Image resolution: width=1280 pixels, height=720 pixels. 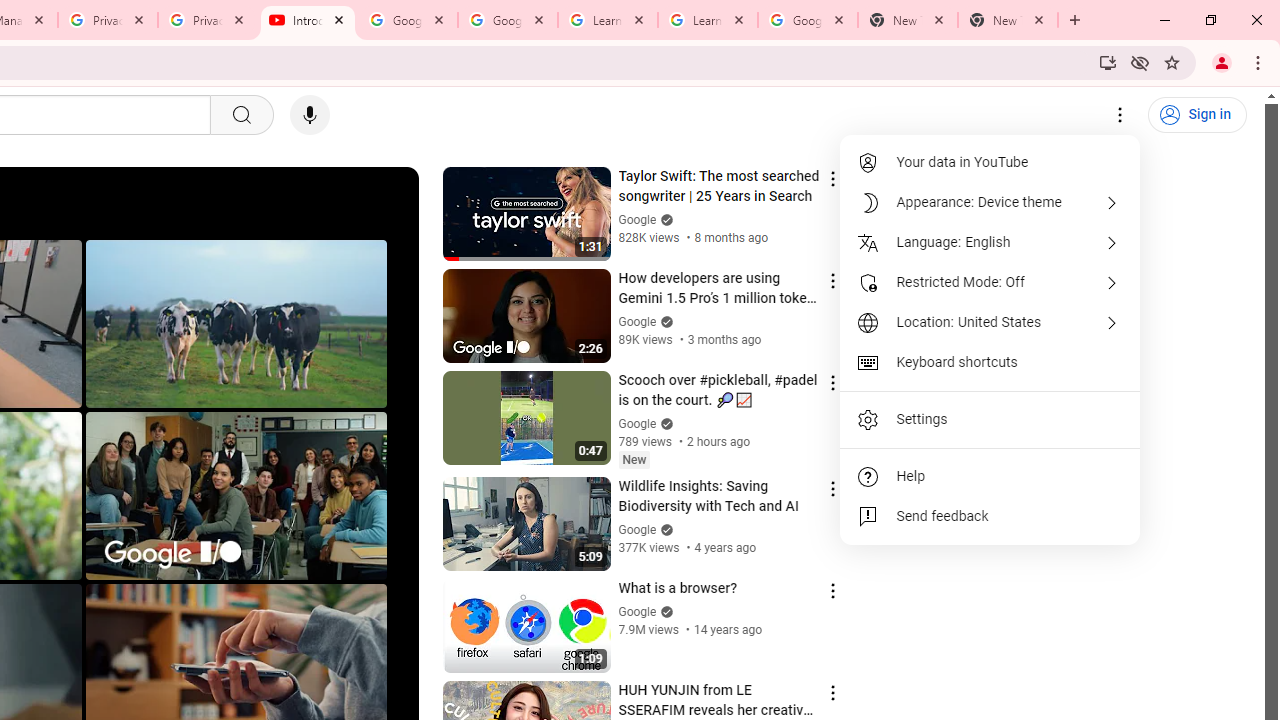 What do you see at coordinates (307, 20) in the screenshot?
I see `'Introduction | Google Privacy Policy - YouTube'` at bounding box center [307, 20].